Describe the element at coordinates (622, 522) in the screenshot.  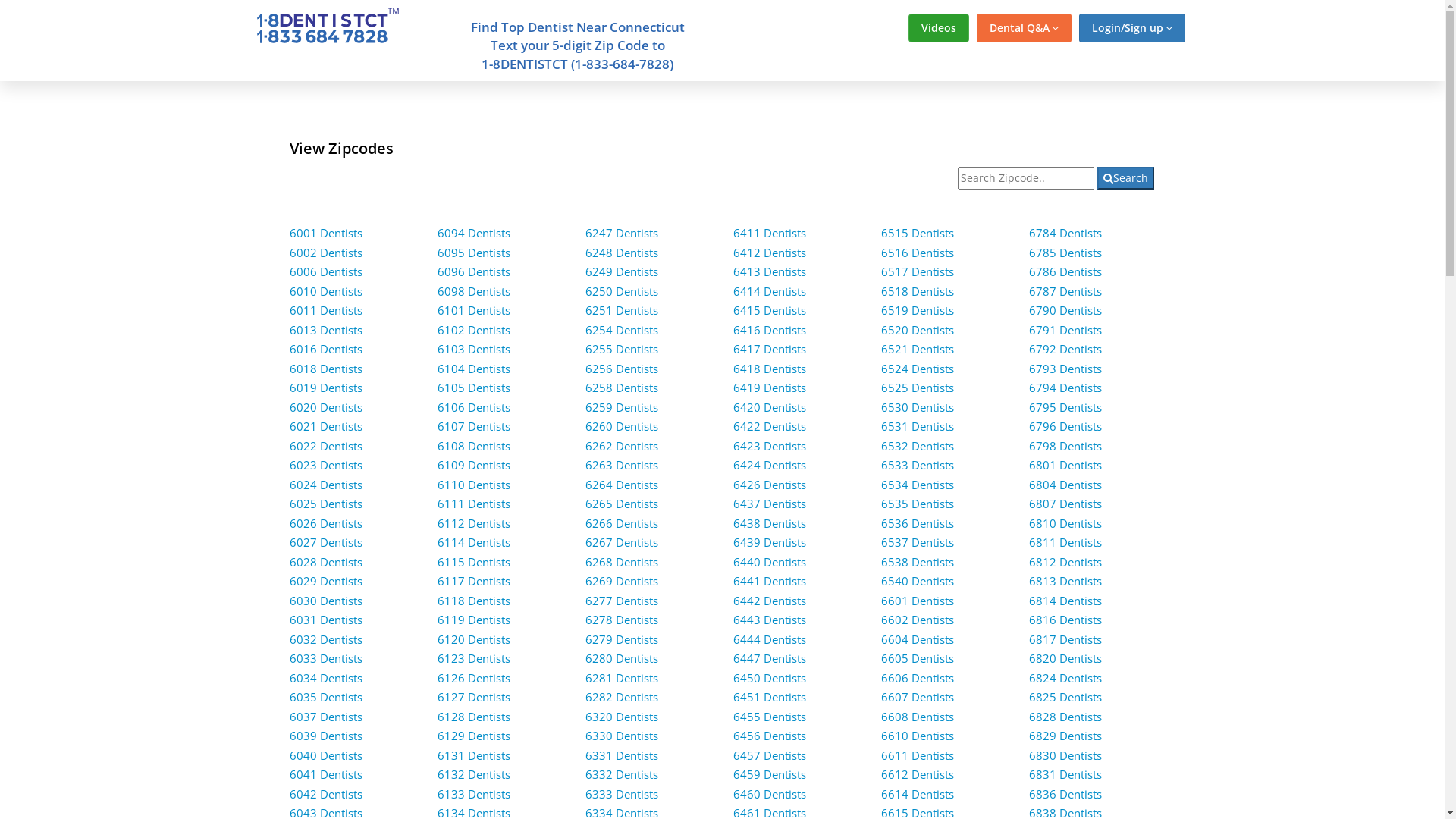
I see `'6266 Dentists'` at that location.